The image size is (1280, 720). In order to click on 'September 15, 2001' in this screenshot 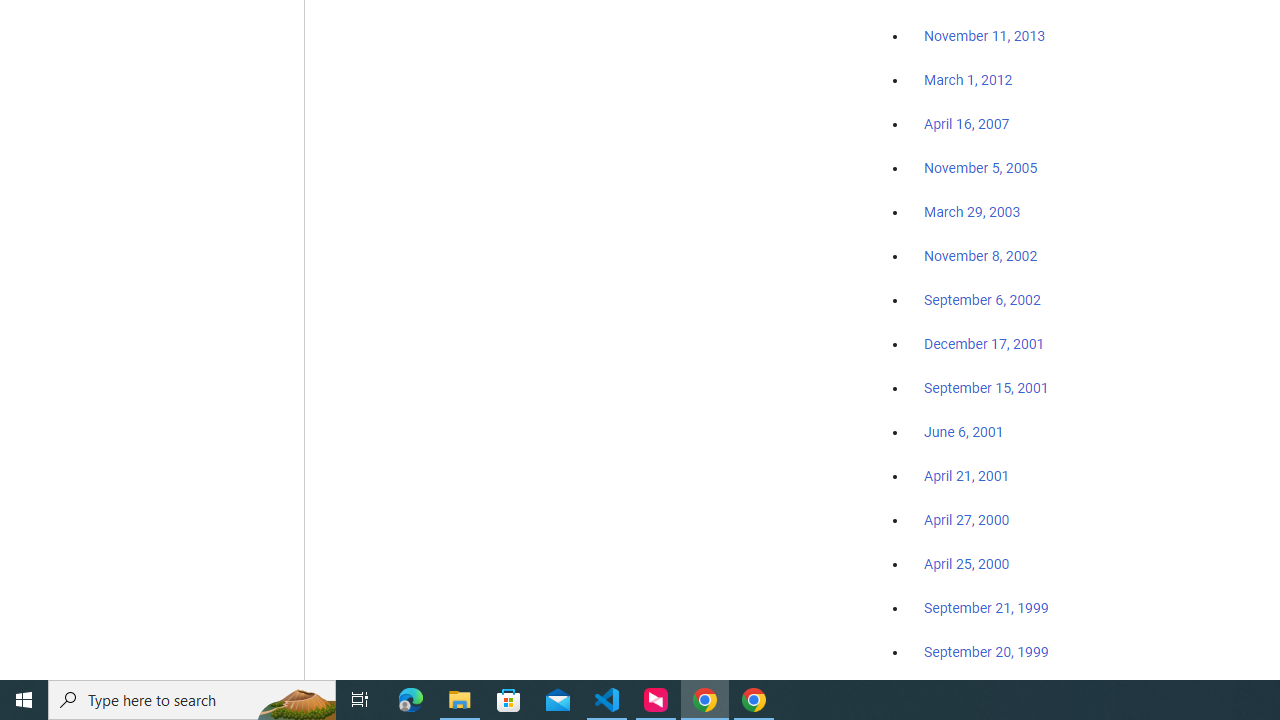, I will do `click(986, 387)`.